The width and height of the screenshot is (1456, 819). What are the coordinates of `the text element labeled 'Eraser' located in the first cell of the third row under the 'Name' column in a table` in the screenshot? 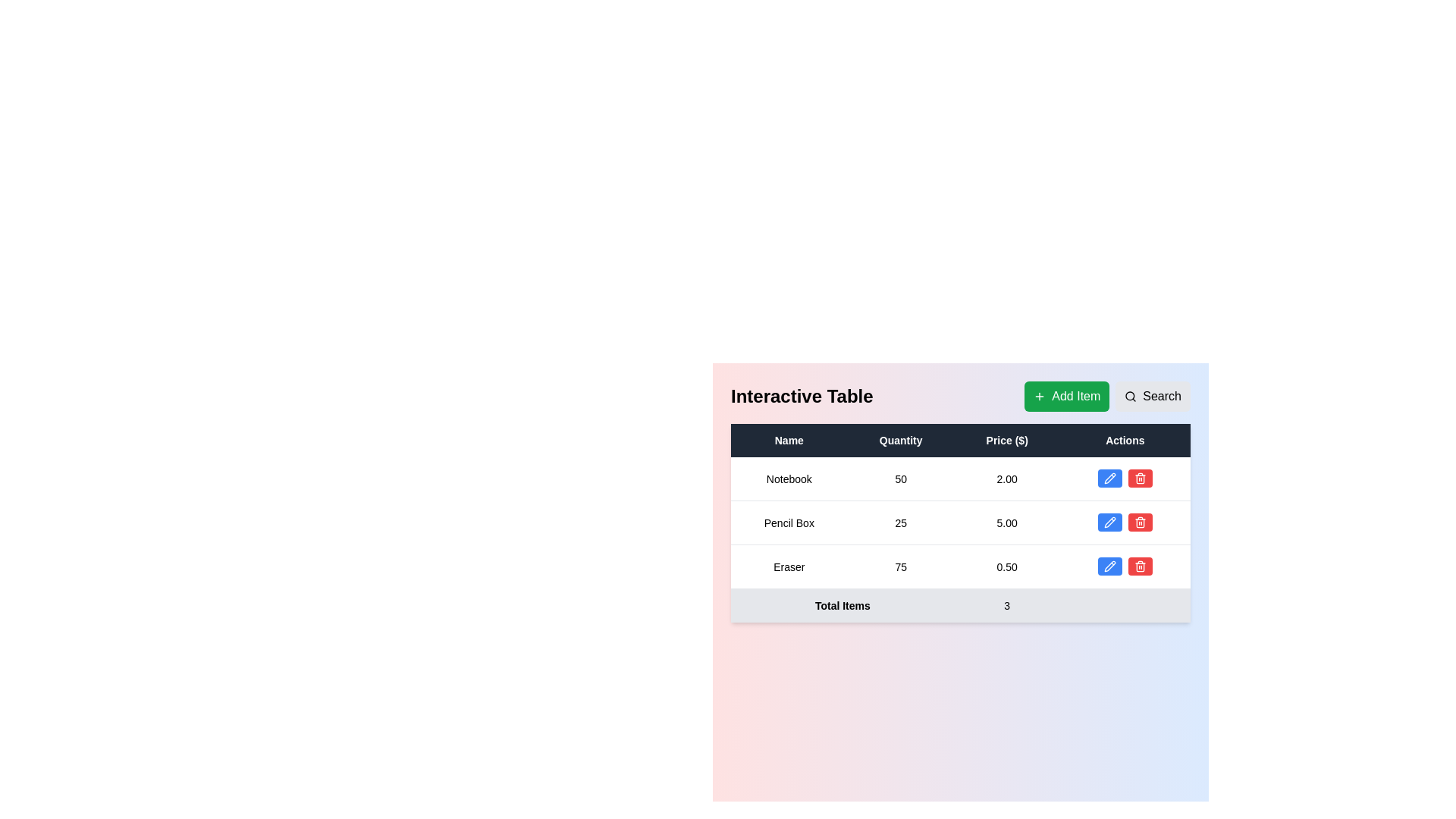 It's located at (789, 566).